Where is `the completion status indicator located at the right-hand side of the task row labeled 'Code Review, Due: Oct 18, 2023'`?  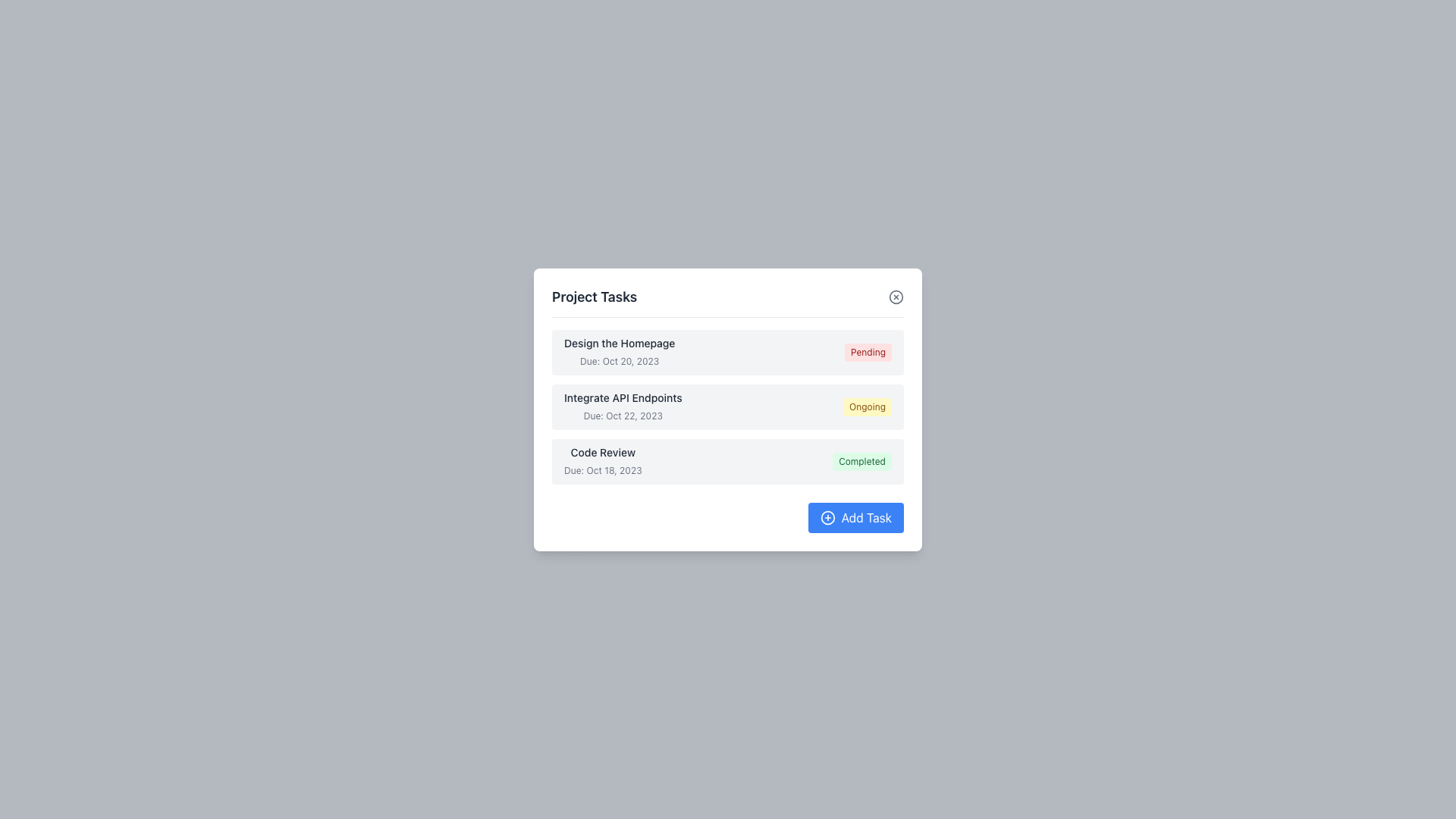
the completion status indicator located at the right-hand side of the task row labeled 'Code Review, Due: Oct 18, 2023' is located at coordinates (862, 460).